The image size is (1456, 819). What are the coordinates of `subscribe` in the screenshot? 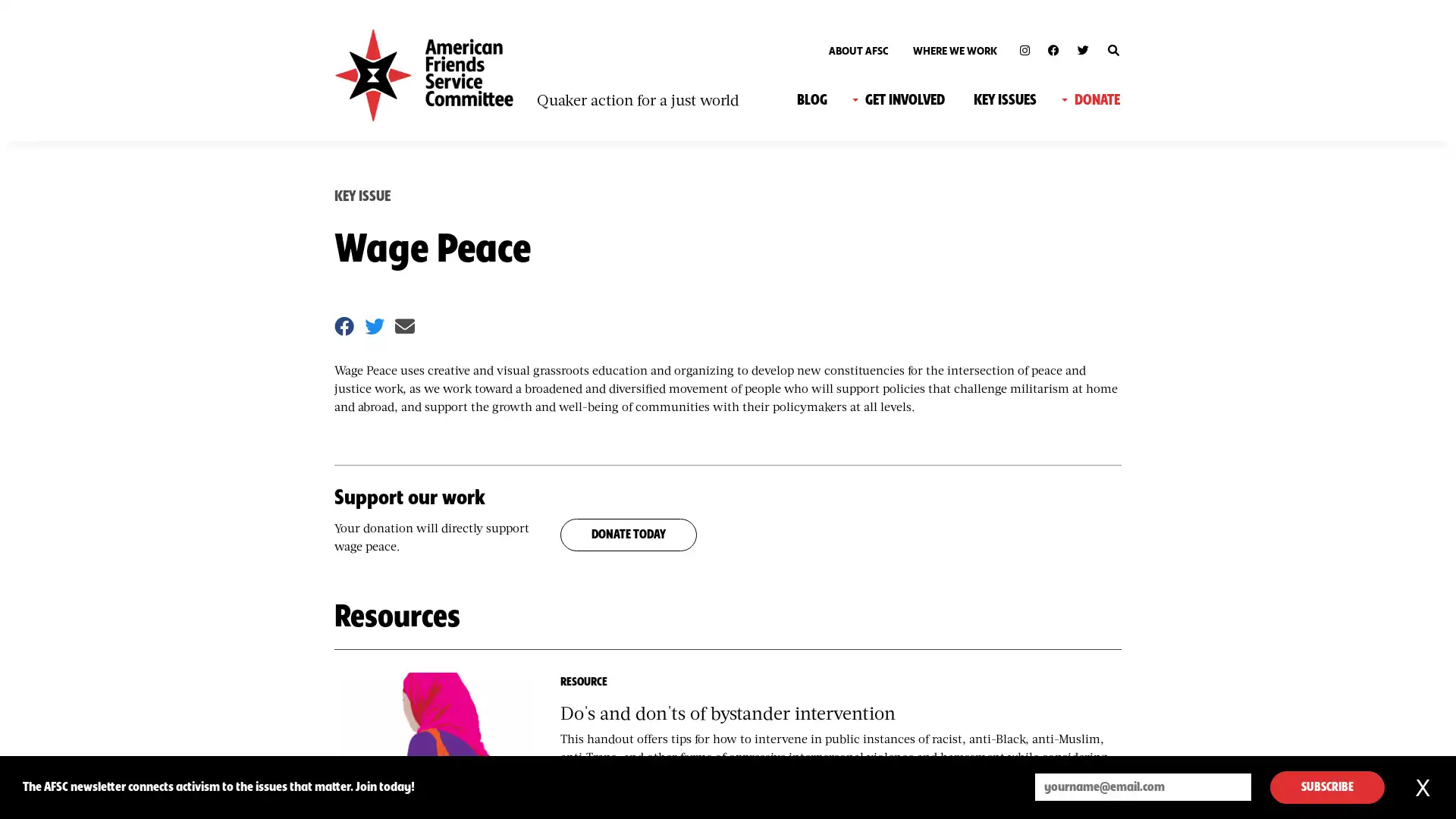 It's located at (1326, 786).